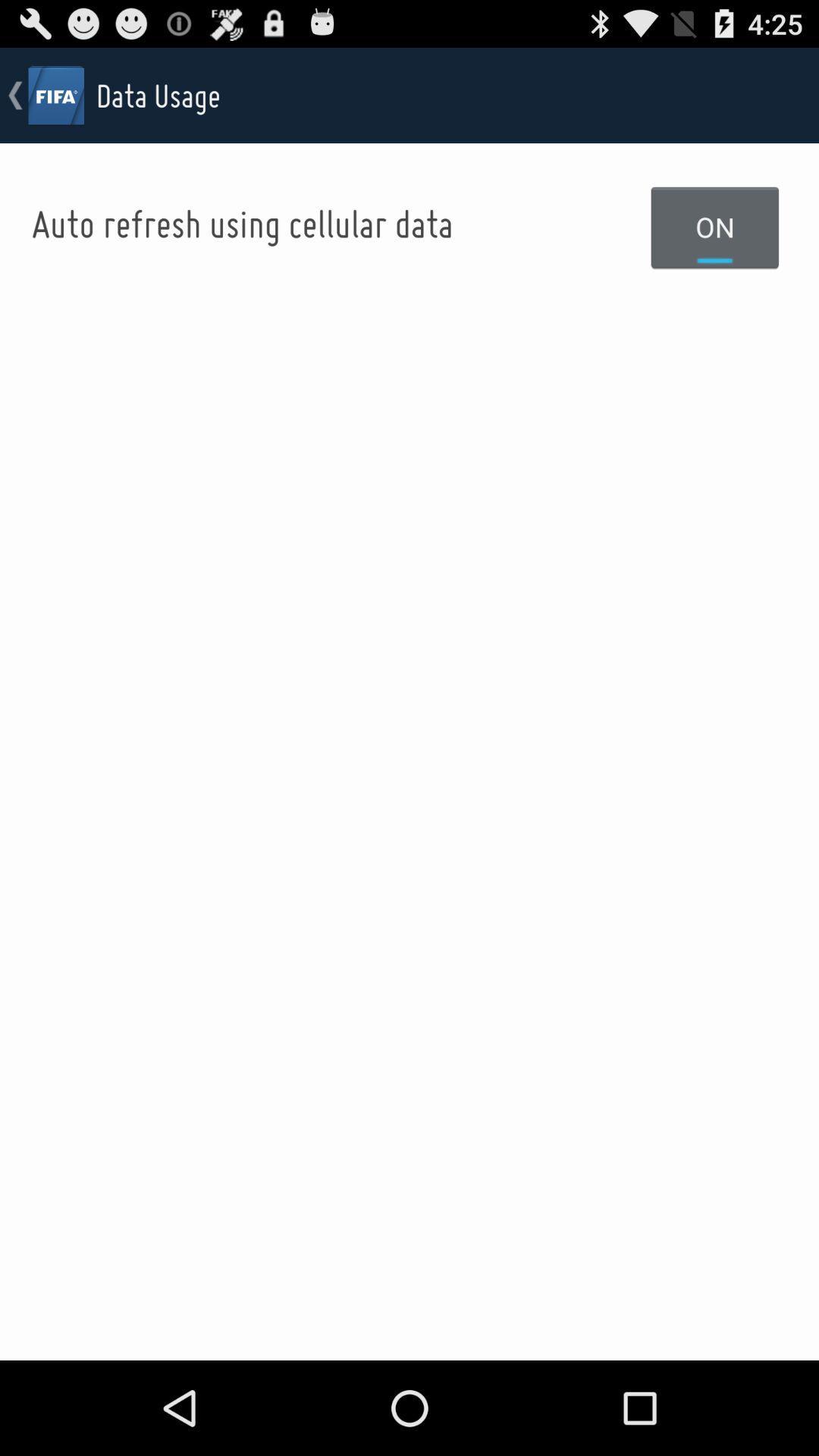  Describe the element at coordinates (715, 226) in the screenshot. I see `the on item` at that location.